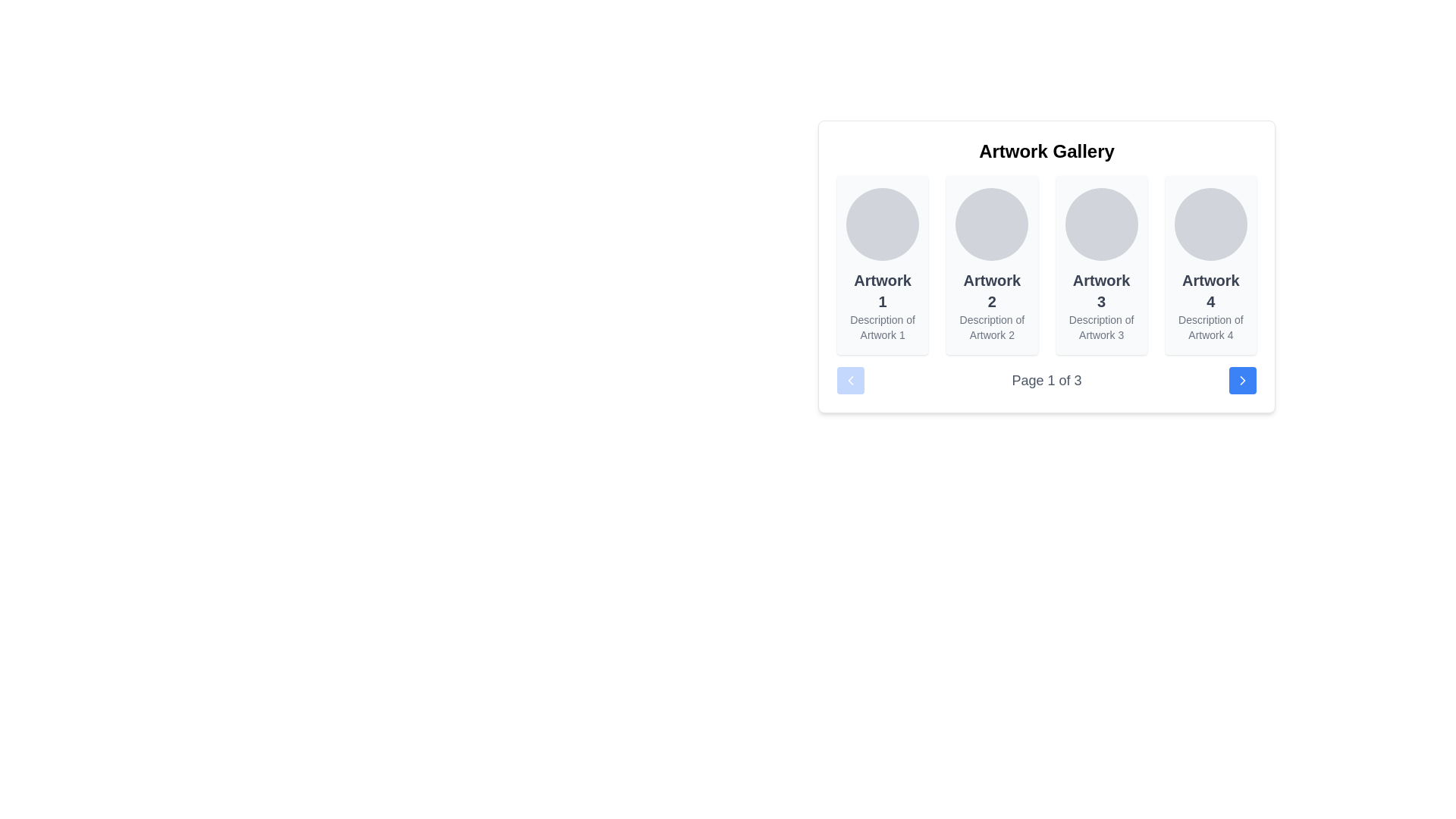 The width and height of the screenshot is (1456, 819). Describe the element at coordinates (992, 224) in the screenshot. I see `the decorative graphical element representing 'Artwork 2' in the gallery, which is a circular element at the top of the card labeled 'Artwork 2'` at that location.